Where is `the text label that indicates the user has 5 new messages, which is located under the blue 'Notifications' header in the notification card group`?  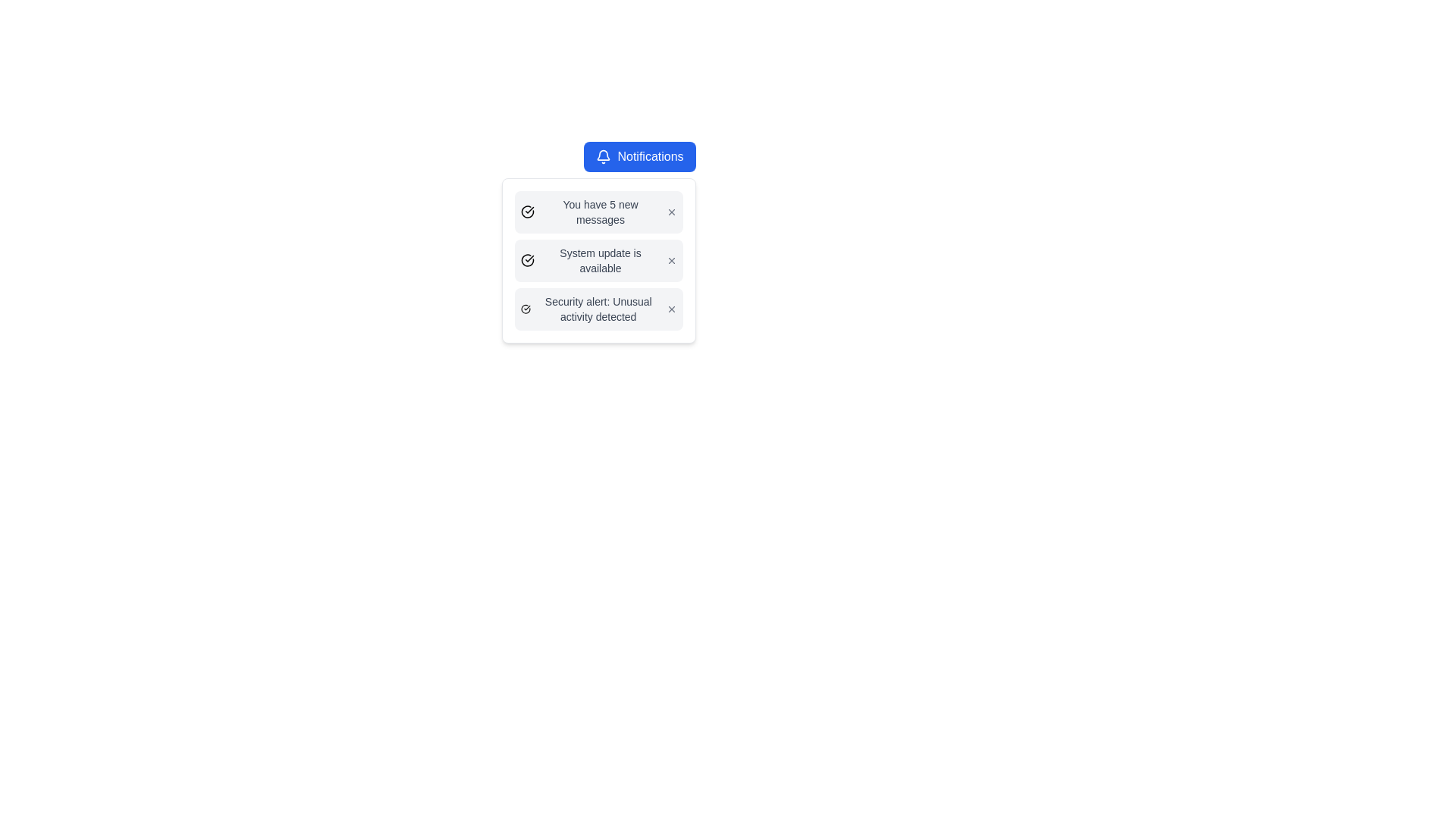 the text label that indicates the user has 5 new messages, which is located under the blue 'Notifications' header in the notification card group is located at coordinates (600, 212).